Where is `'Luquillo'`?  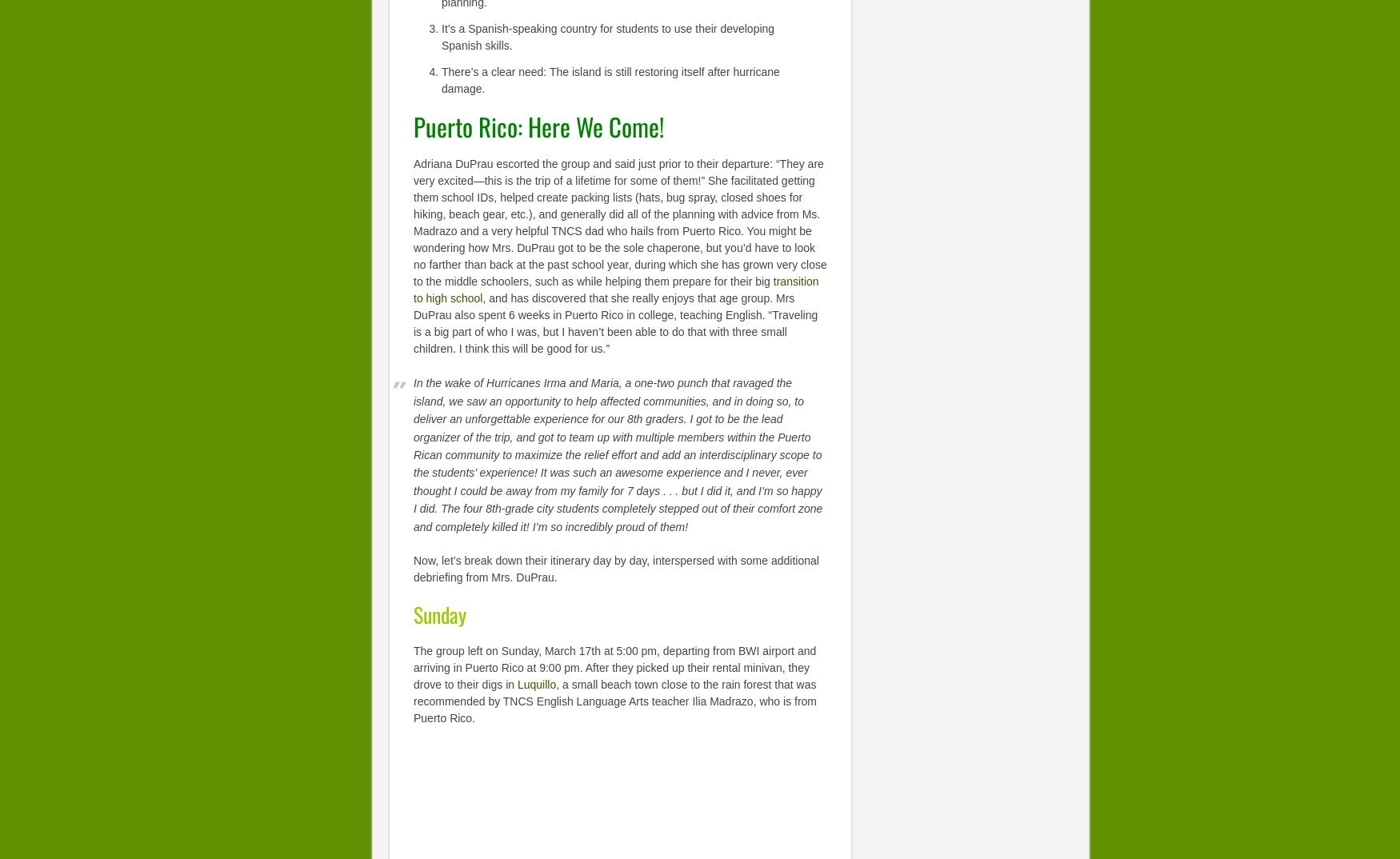 'Luquillo' is located at coordinates (535, 684).